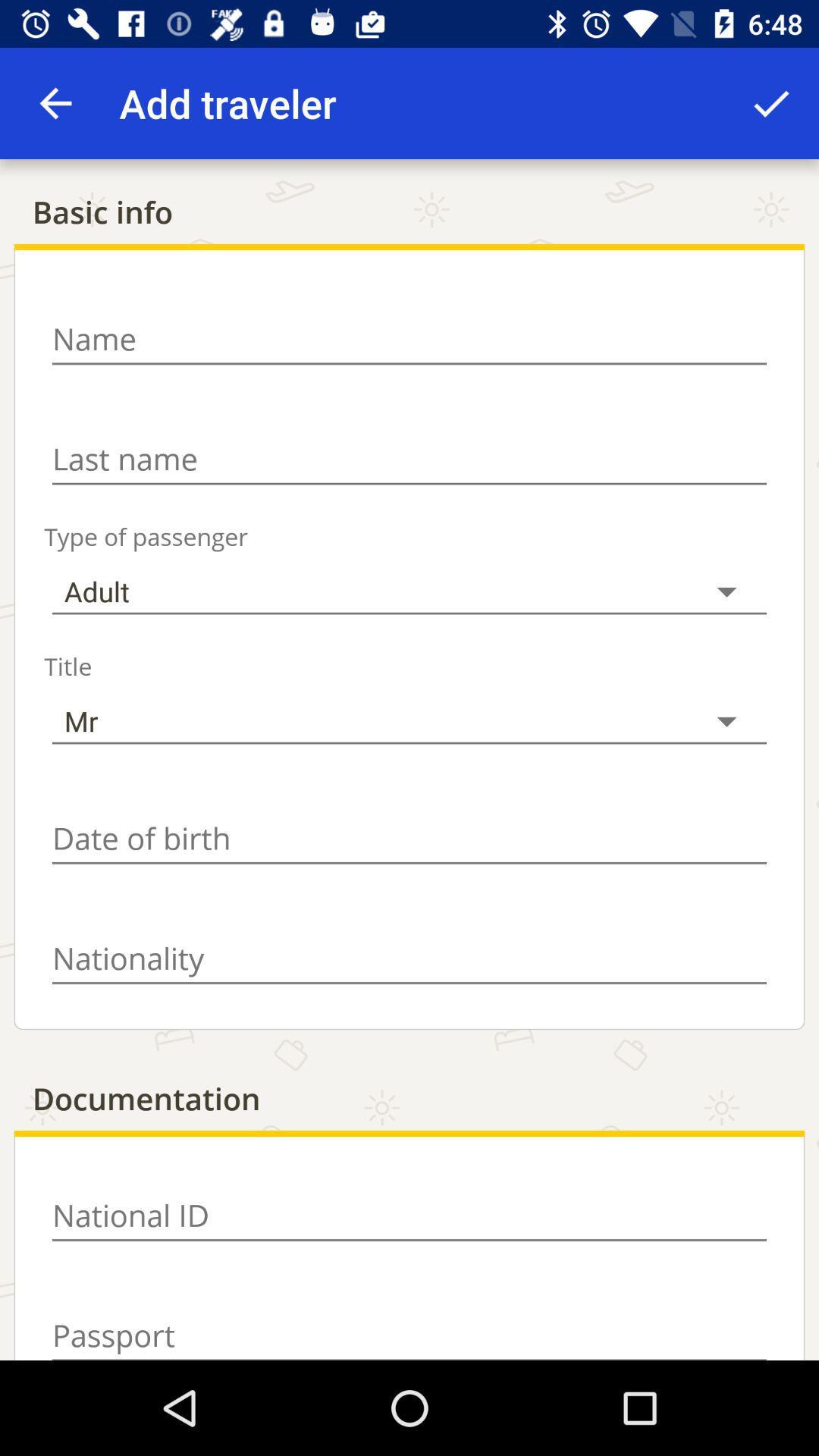 The width and height of the screenshot is (819, 1456). What do you see at coordinates (409, 458) in the screenshot?
I see `field for last name` at bounding box center [409, 458].